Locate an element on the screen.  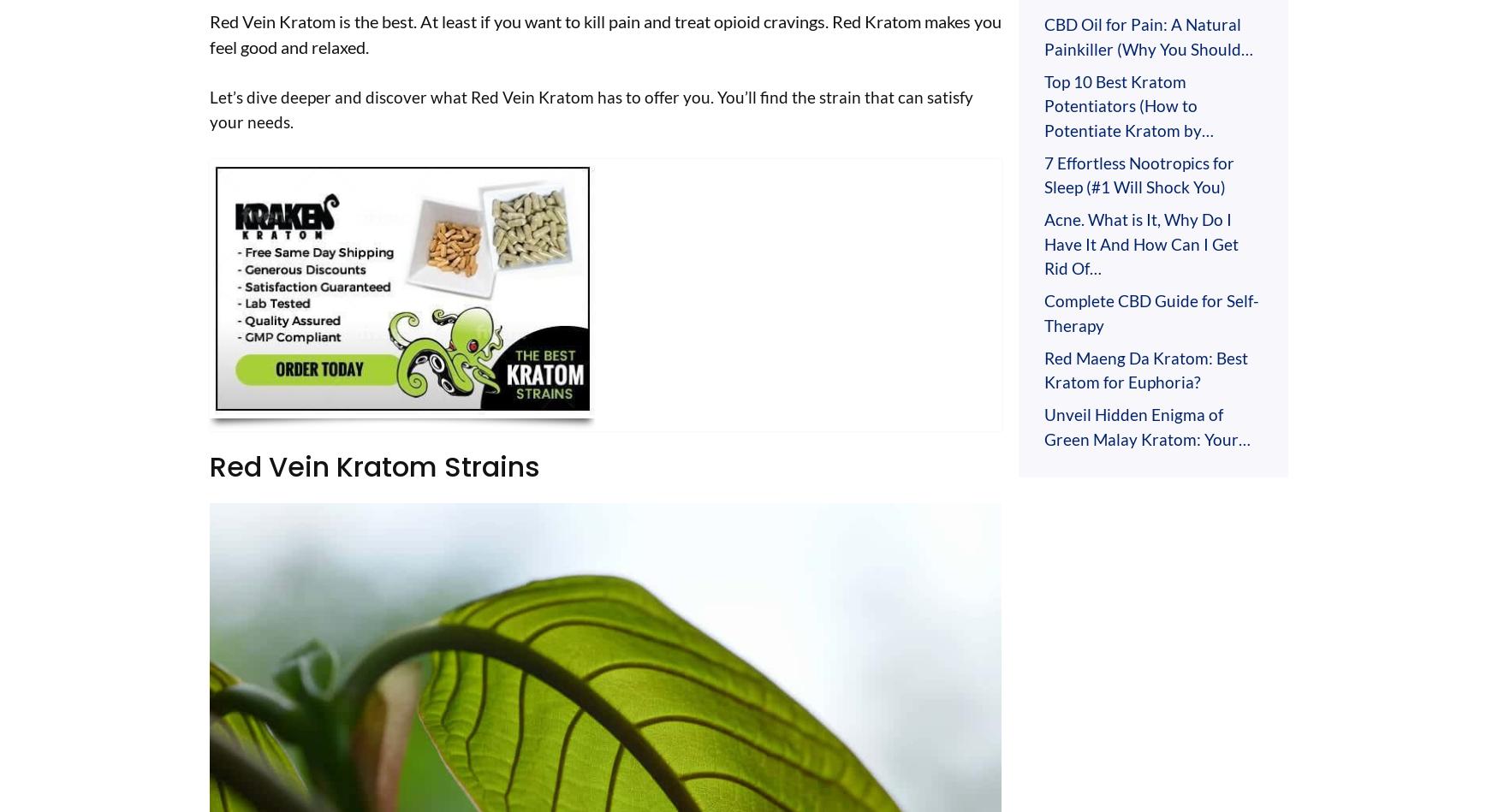
'Red Maeng Da Kratom: Best Kratom for Euphoria?' is located at coordinates (1145, 369).